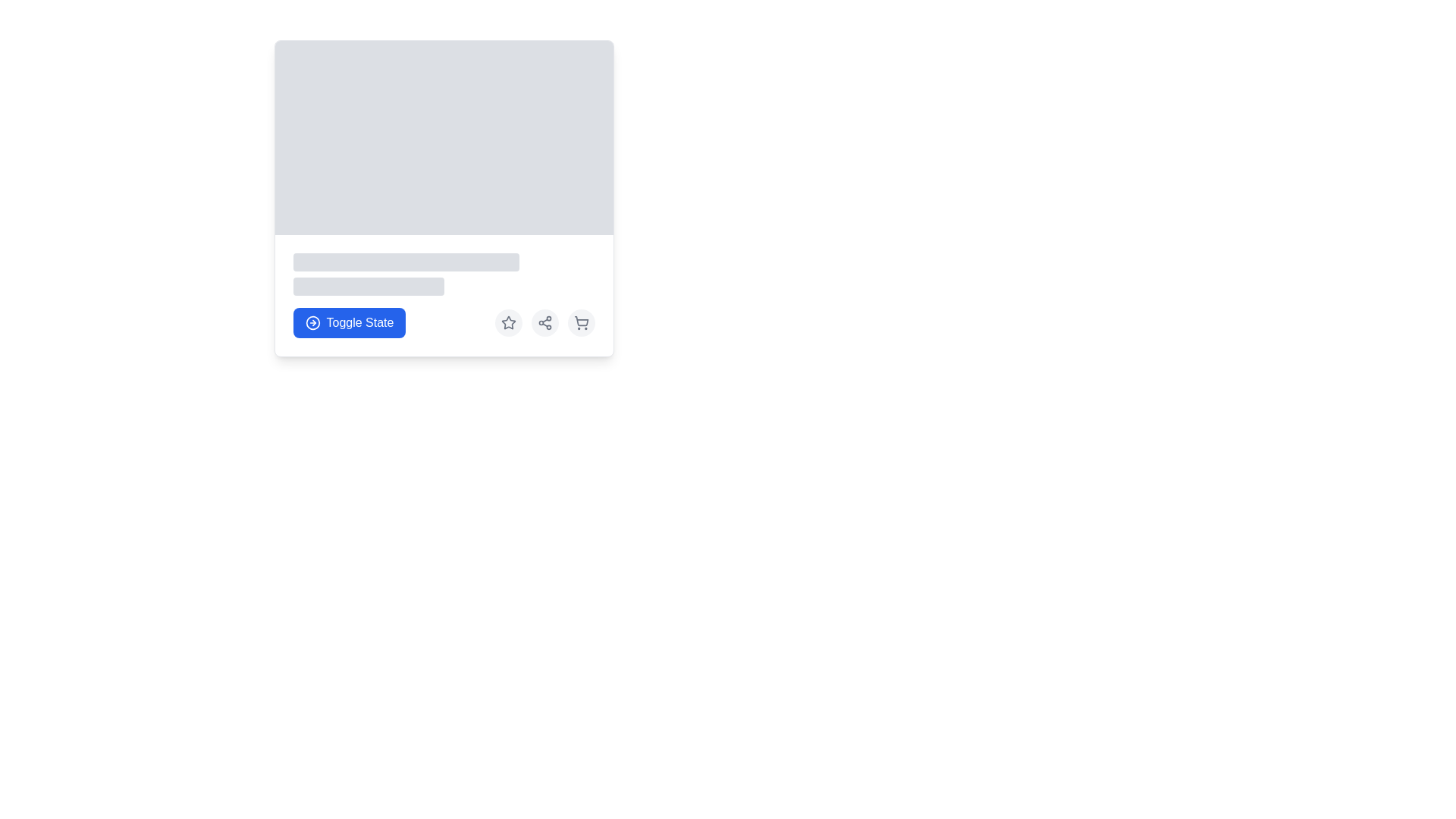 The height and width of the screenshot is (819, 1456). Describe the element at coordinates (544, 322) in the screenshot. I see `the sharing button located at the bottom center of the card-like section, positioned between the star button and the shopping cart button` at that location.